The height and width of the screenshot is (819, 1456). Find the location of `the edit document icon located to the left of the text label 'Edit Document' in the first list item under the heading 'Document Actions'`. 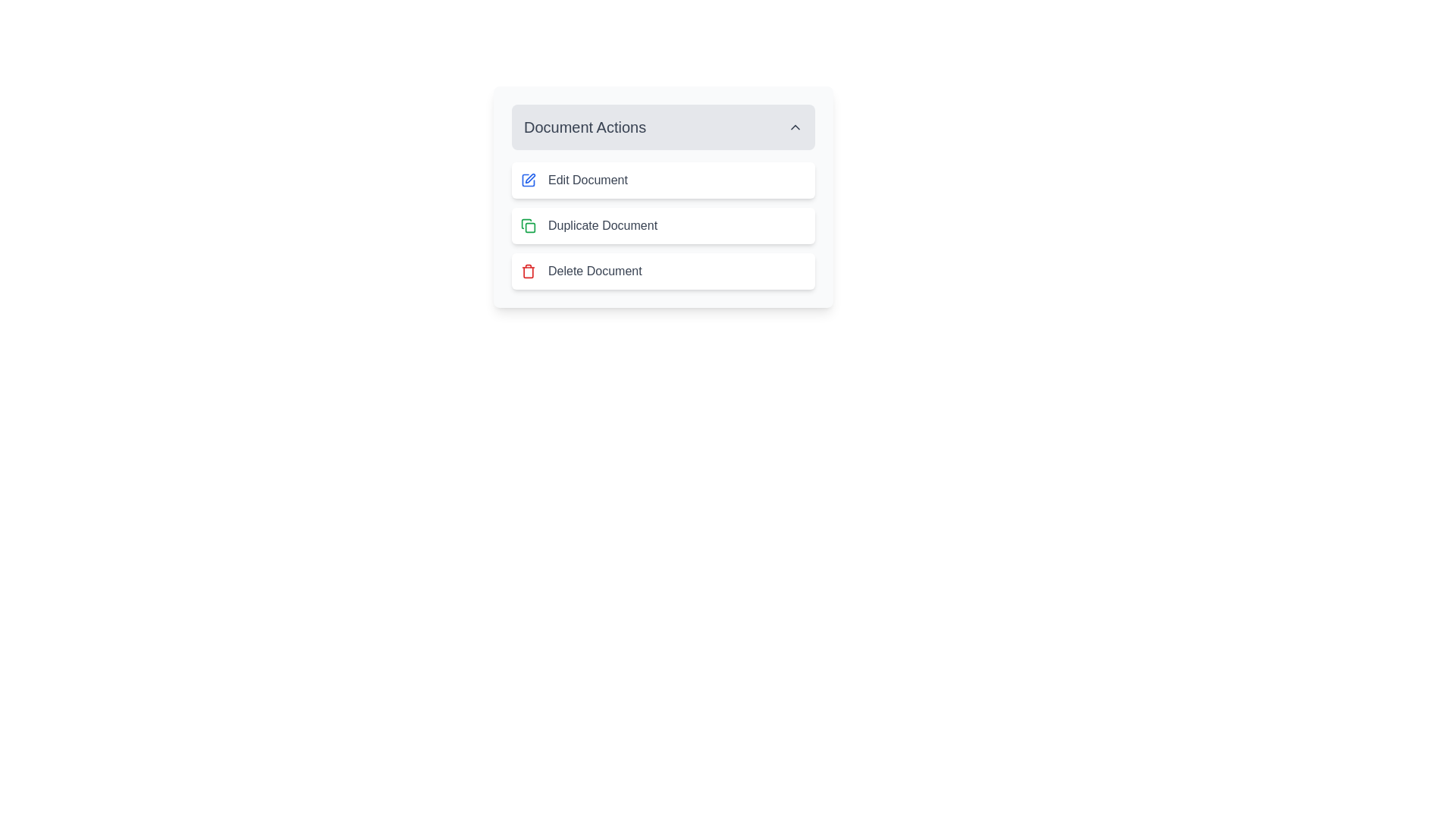

the edit document icon located to the left of the text label 'Edit Document' in the first list item under the heading 'Document Actions' is located at coordinates (528, 180).